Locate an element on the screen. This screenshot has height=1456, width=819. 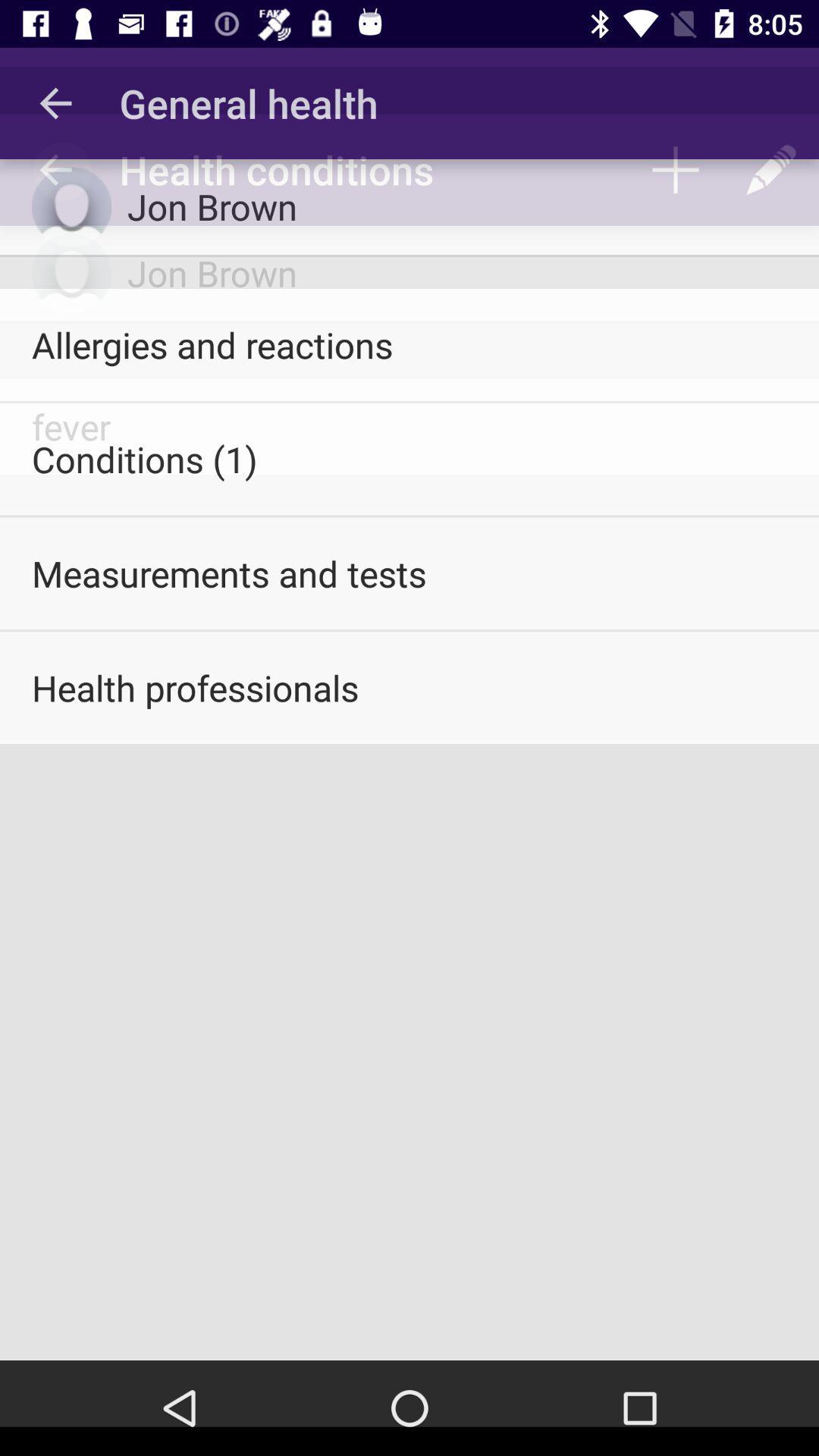
icon above the conditions (1) is located at coordinates (409, 344).